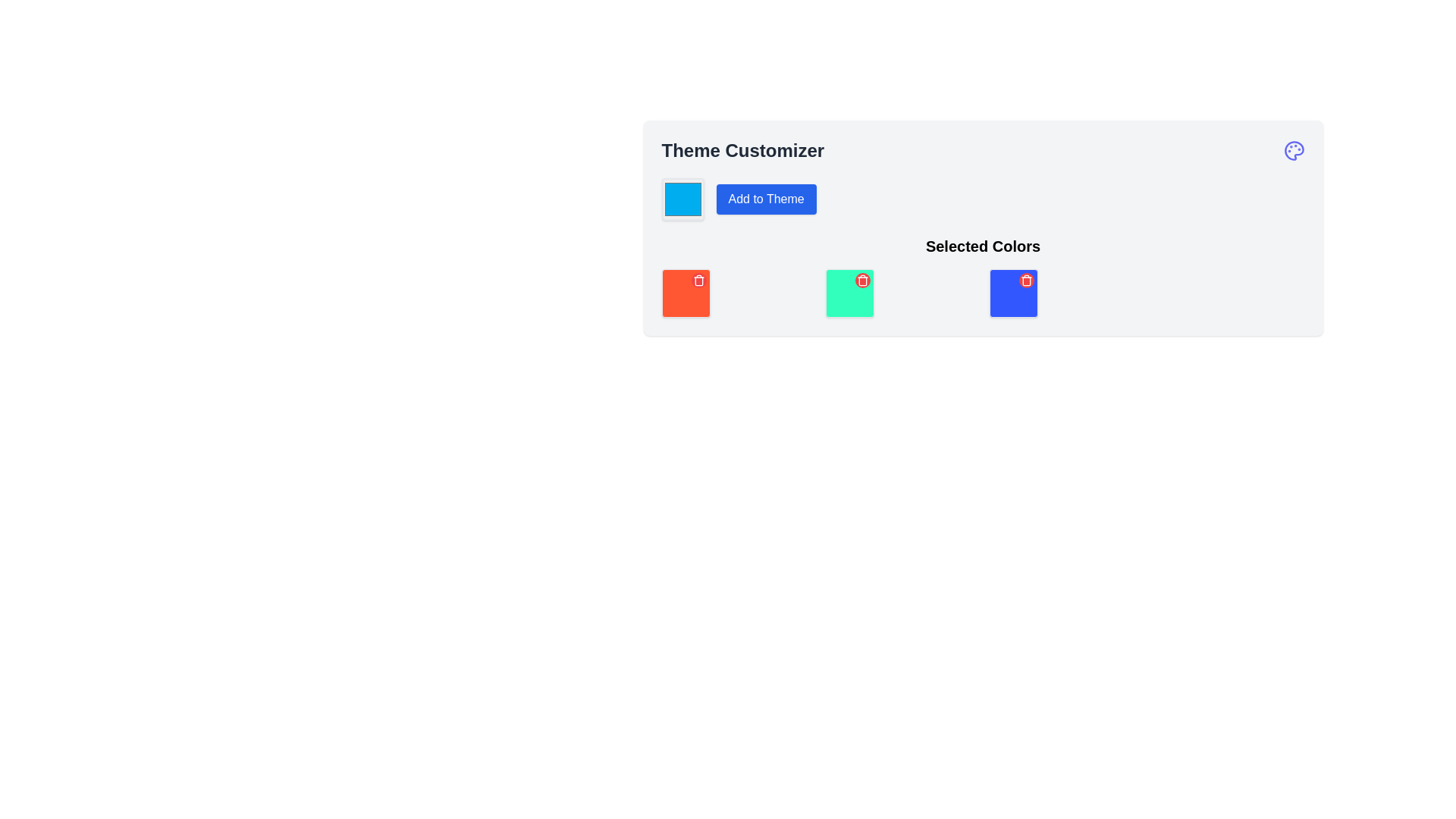  Describe the element at coordinates (1293, 151) in the screenshot. I see `the circular palette icon located in the top-right corner of the 'Theme Customizer' panel` at that location.